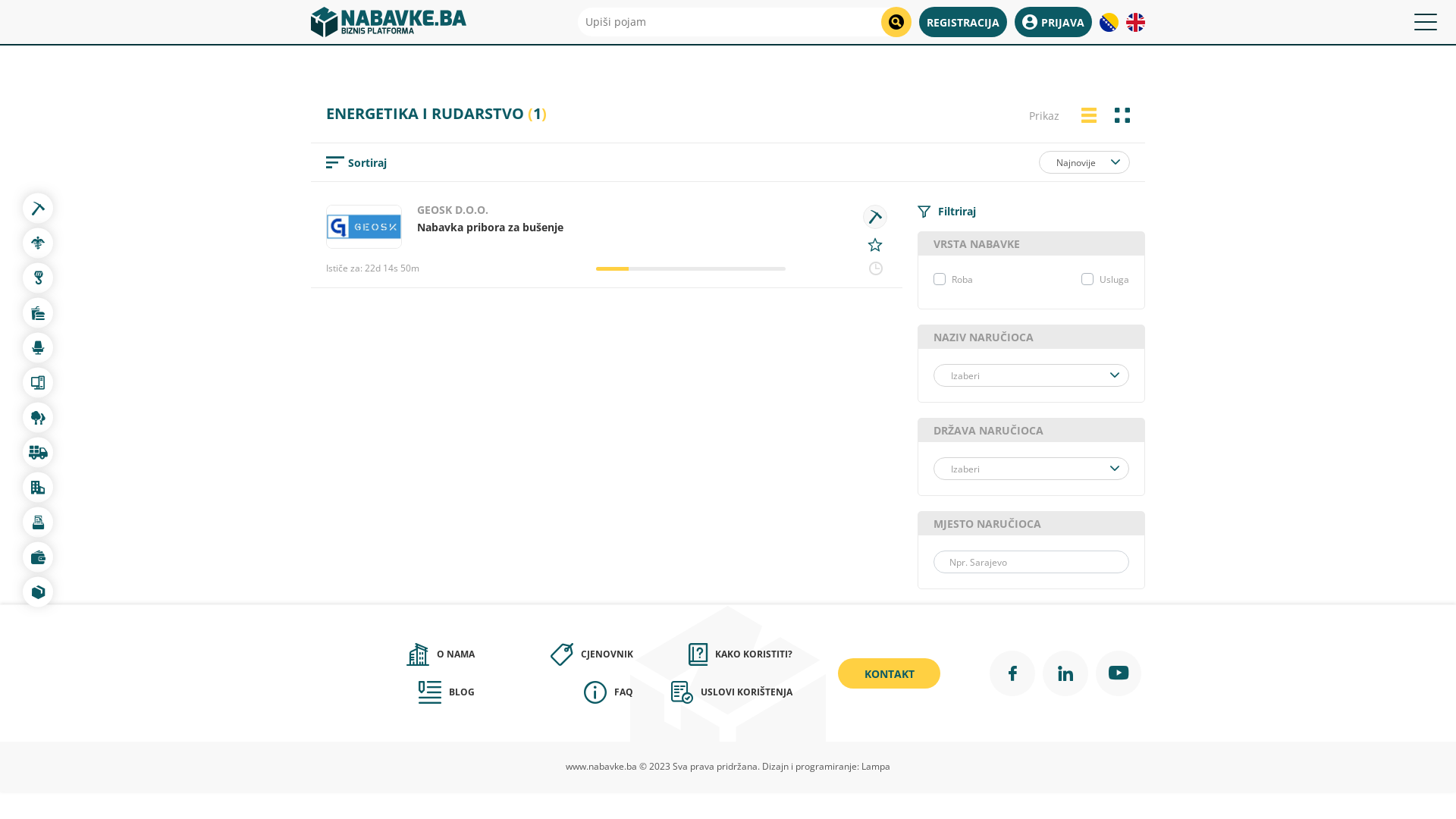 The image size is (1456, 819). I want to click on 'KAKO KORISTITI?', so click(712, 654).